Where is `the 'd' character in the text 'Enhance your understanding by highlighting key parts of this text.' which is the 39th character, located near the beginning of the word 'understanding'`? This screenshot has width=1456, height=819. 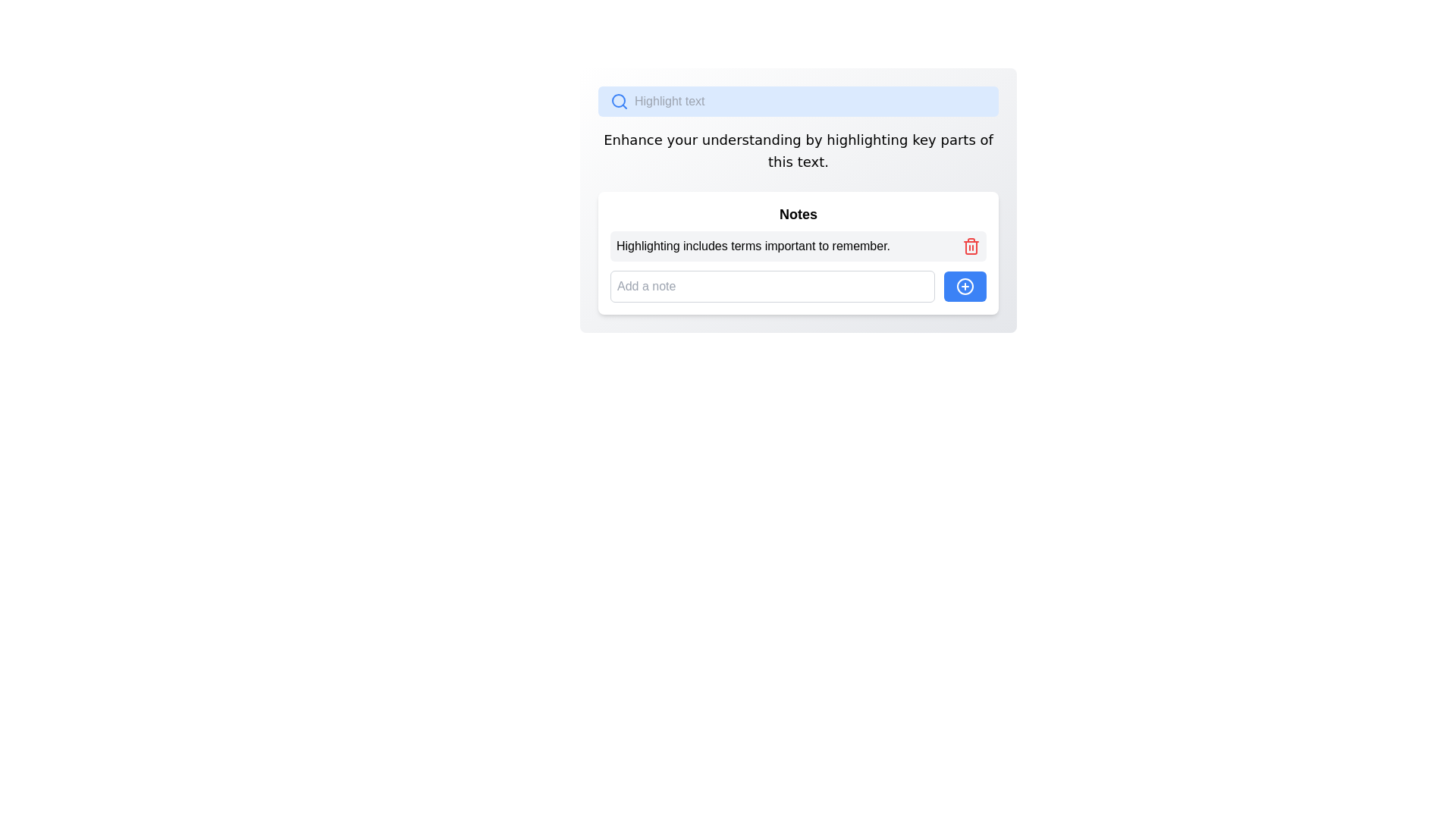
the 'd' character in the text 'Enhance your understanding by highlighting key parts of this text.' which is the 39th character, located near the beginning of the word 'understanding' is located at coordinates (776, 140).